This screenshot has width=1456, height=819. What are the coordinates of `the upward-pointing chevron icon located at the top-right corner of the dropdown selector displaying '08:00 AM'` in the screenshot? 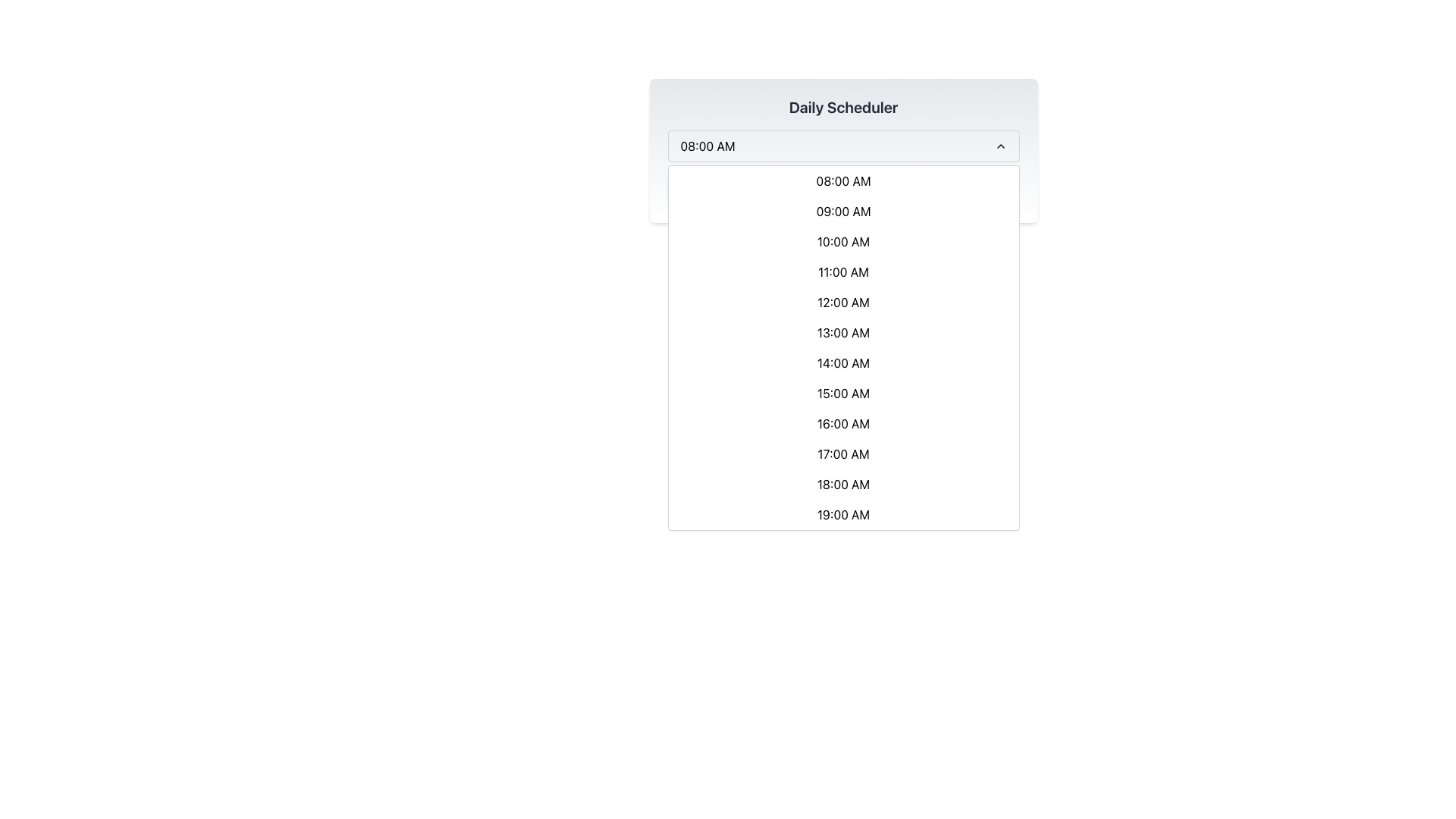 It's located at (1000, 146).